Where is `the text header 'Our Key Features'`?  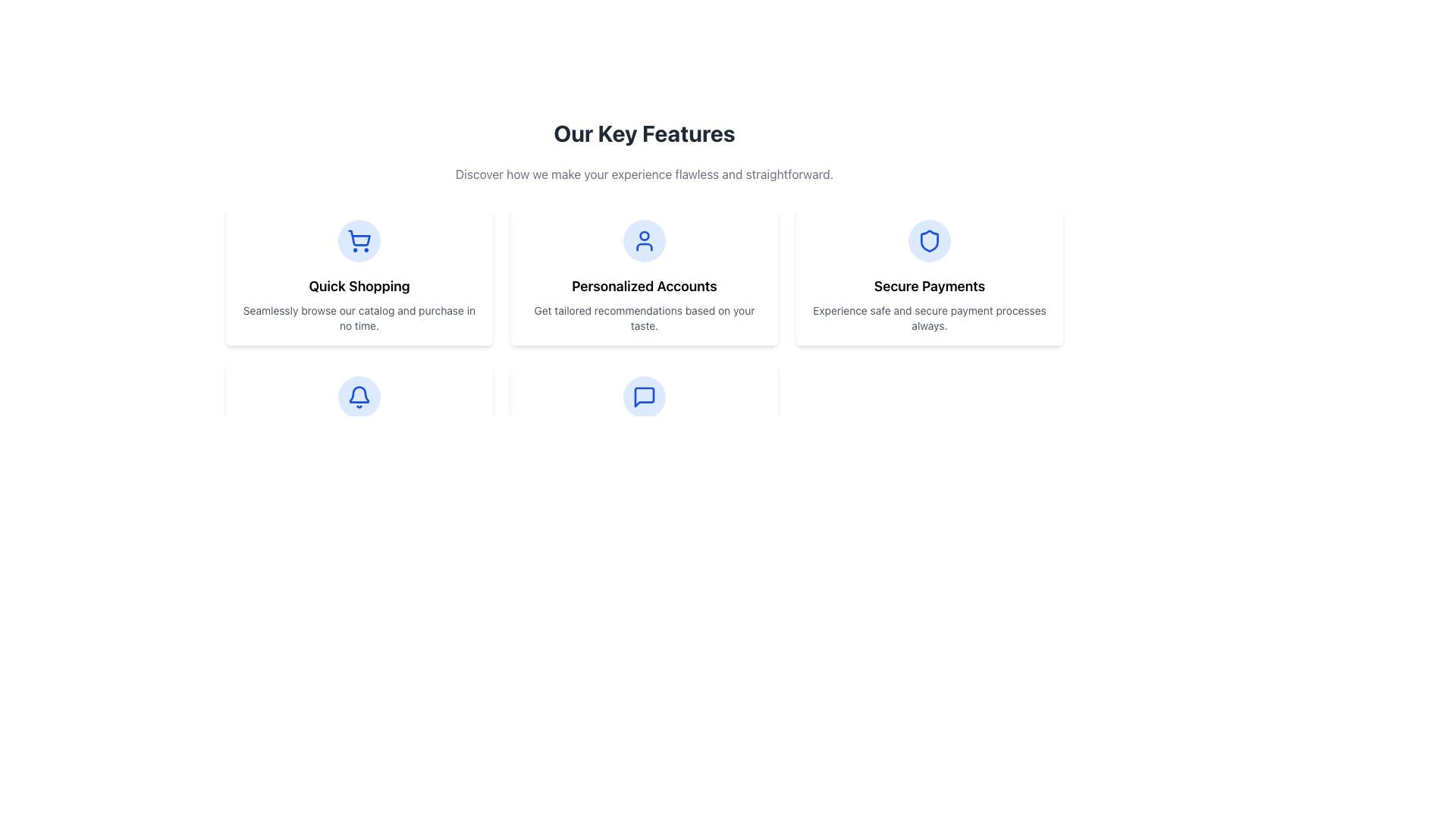 the text header 'Our Key Features' is located at coordinates (644, 133).